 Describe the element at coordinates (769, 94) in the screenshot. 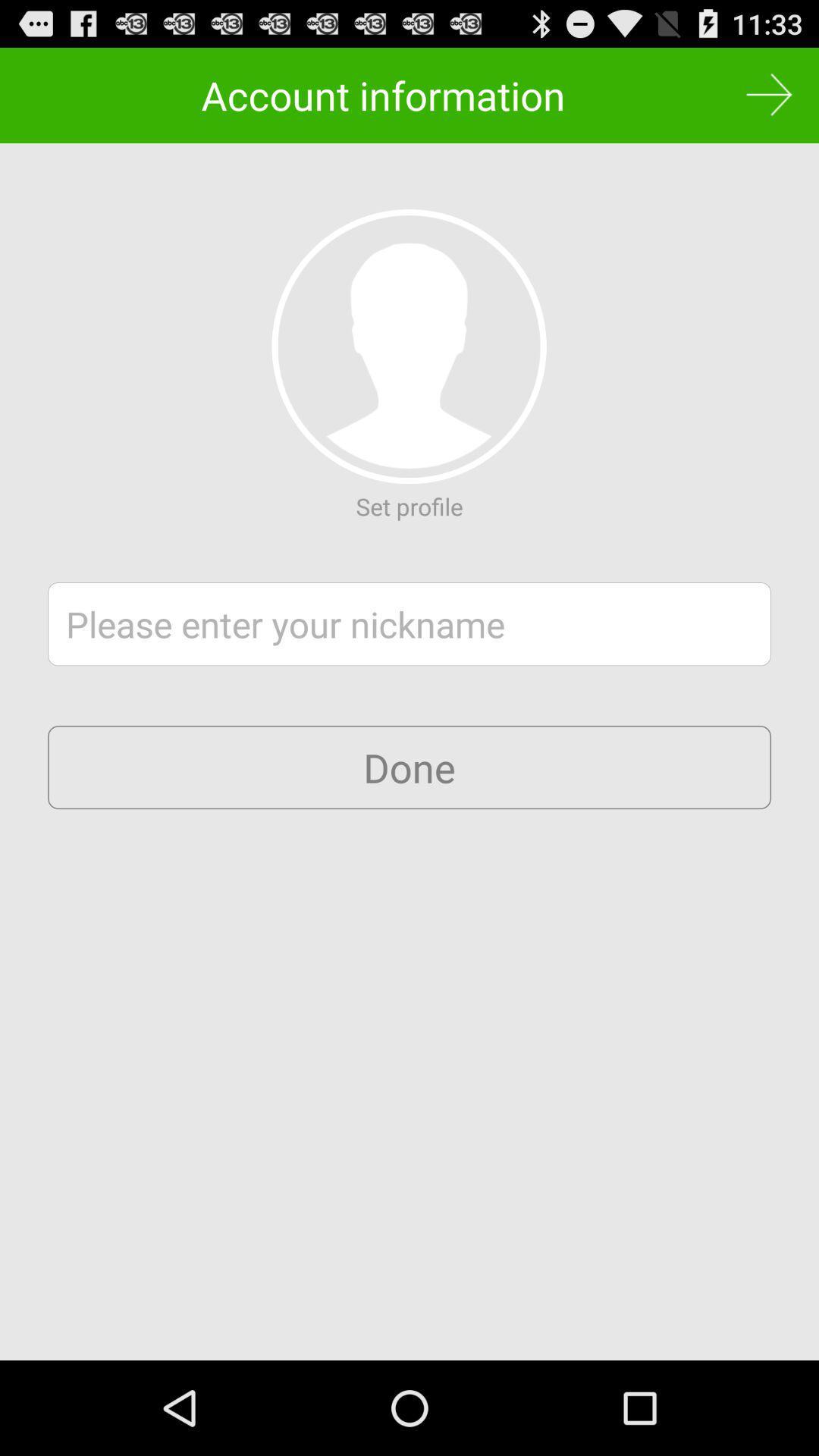

I see `item to the right of the account information icon` at that location.